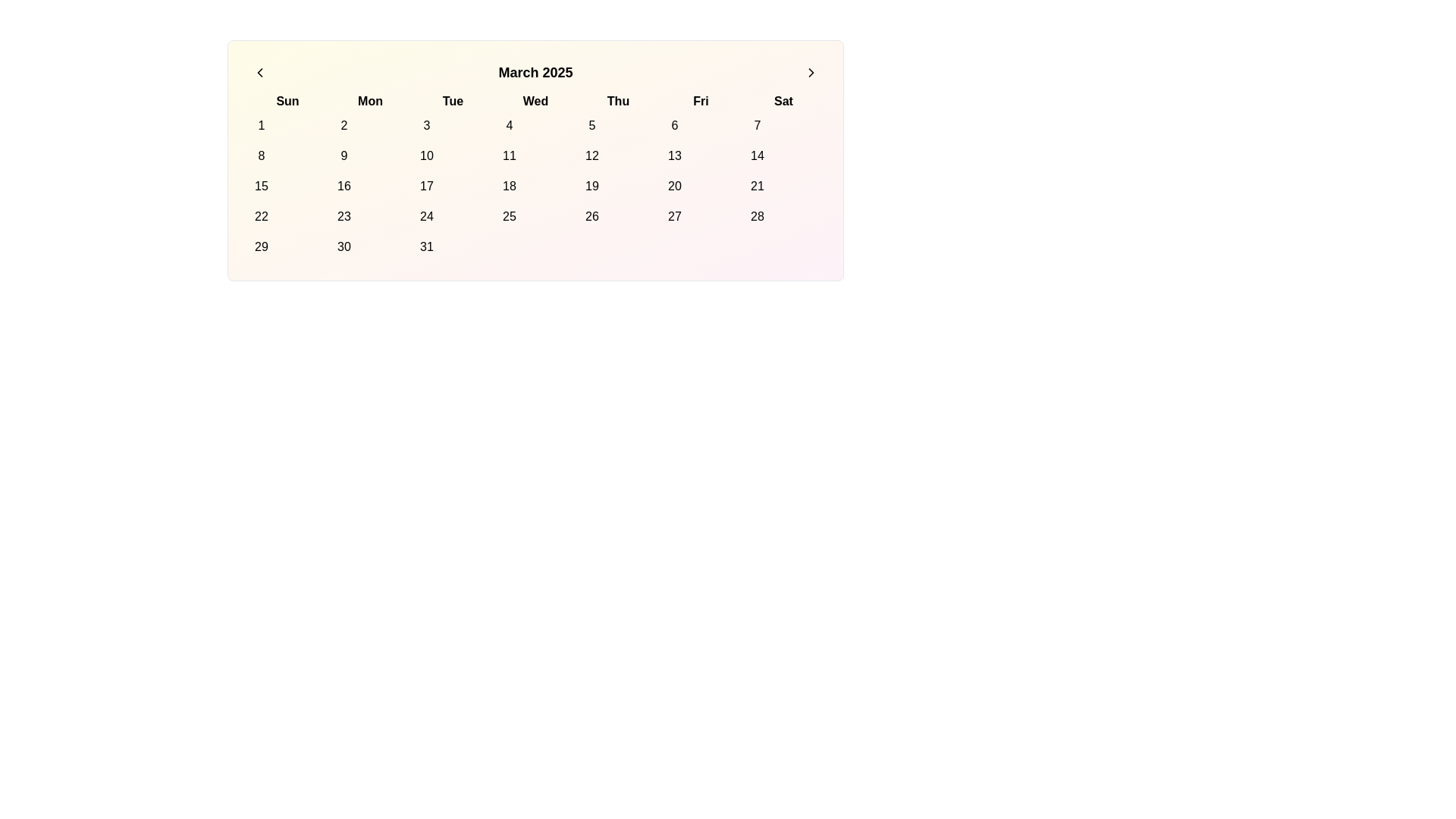  Describe the element at coordinates (757, 186) in the screenshot. I see `the button representing the date '21' in the calendar, located in the sixth column of the fourth row under the 'Sat' column header` at that location.